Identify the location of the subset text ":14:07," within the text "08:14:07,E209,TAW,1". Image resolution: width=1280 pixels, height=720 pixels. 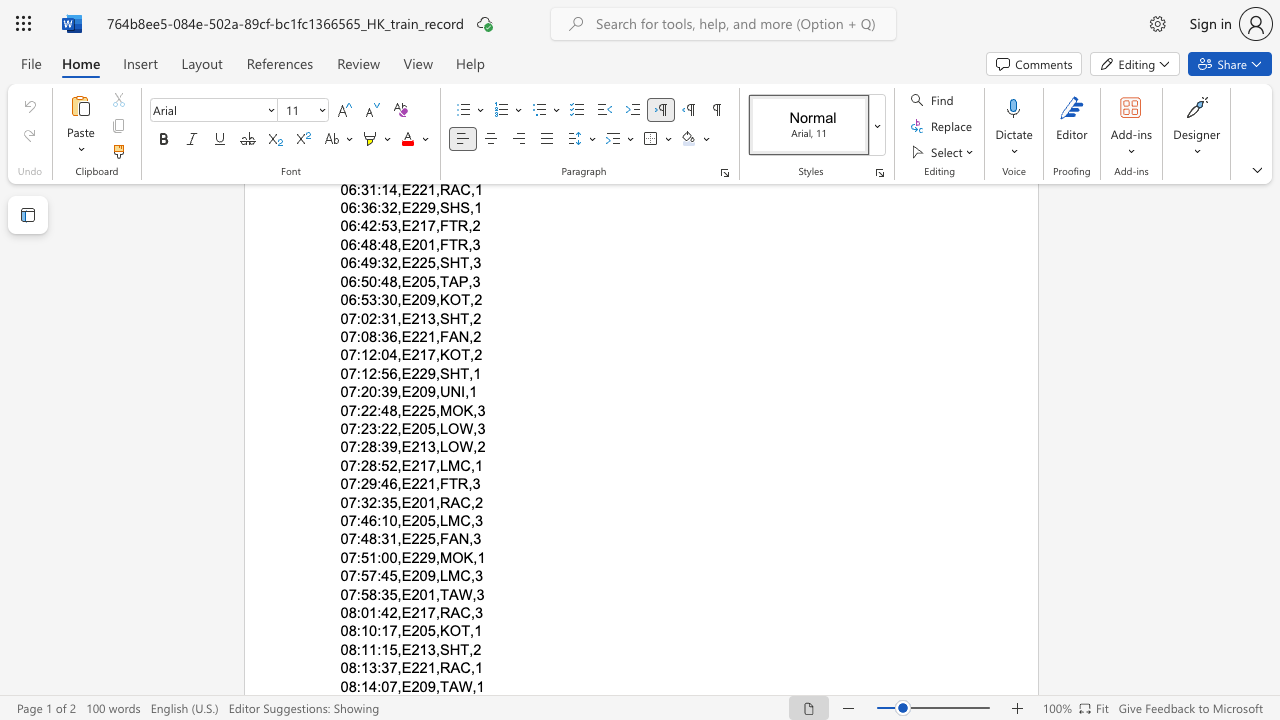
(356, 685).